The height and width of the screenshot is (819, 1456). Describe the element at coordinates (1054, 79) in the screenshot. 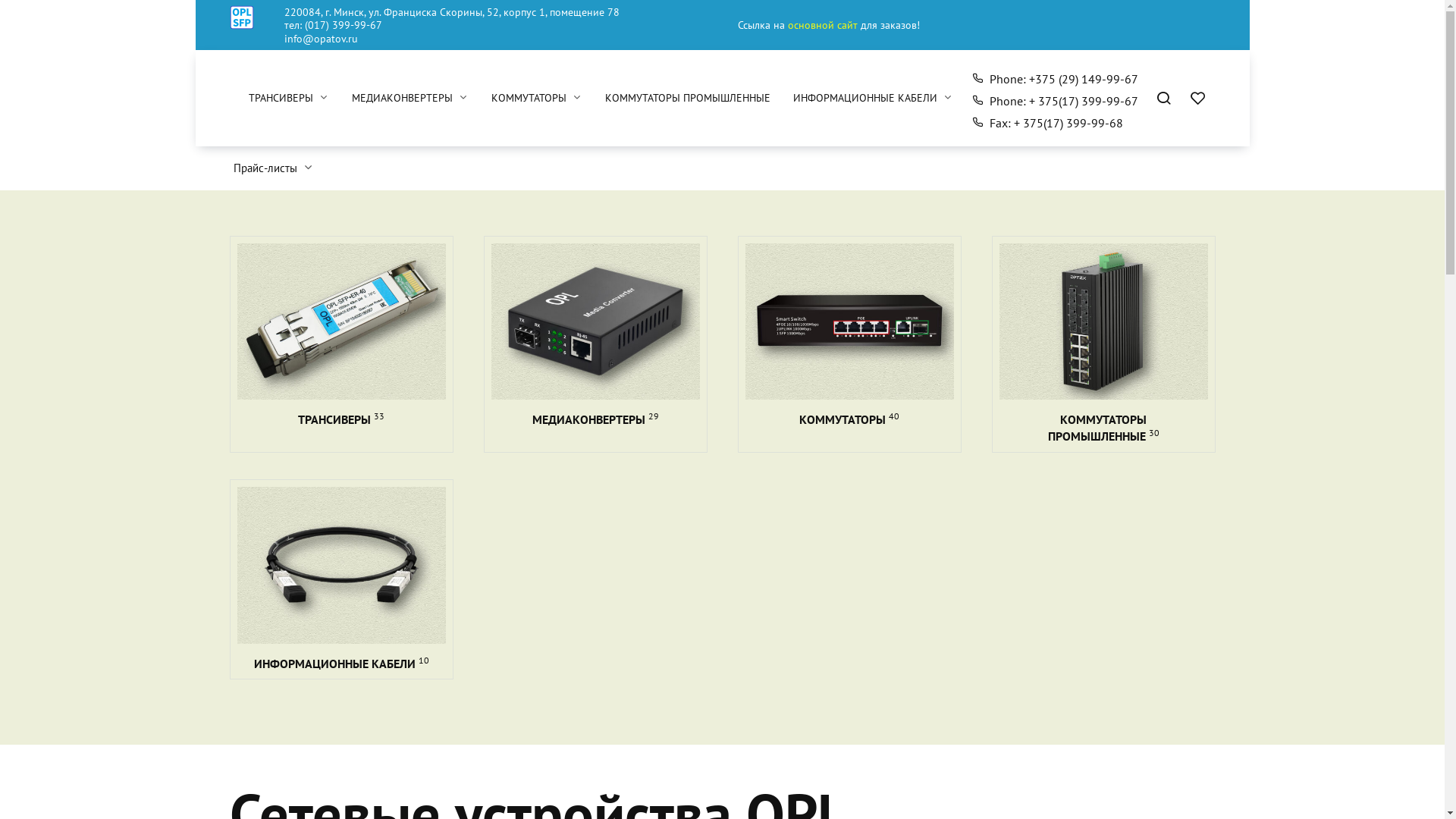

I see `'Phone: +375 (29) 149-99-67'` at that location.